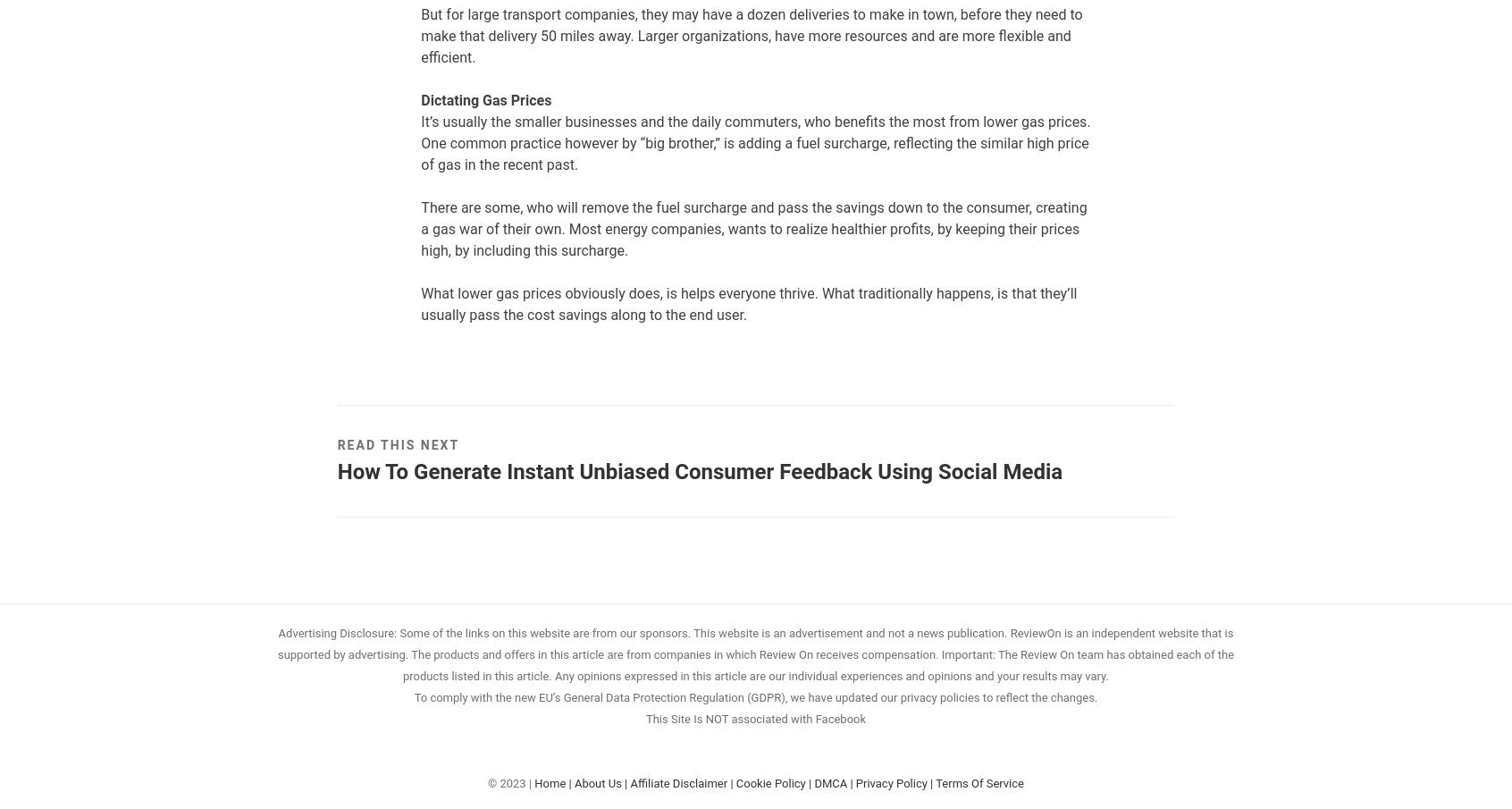 The height and width of the screenshot is (809, 1512). Describe the element at coordinates (552, 782) in the screenshot. I see `'Home |'` at that location.